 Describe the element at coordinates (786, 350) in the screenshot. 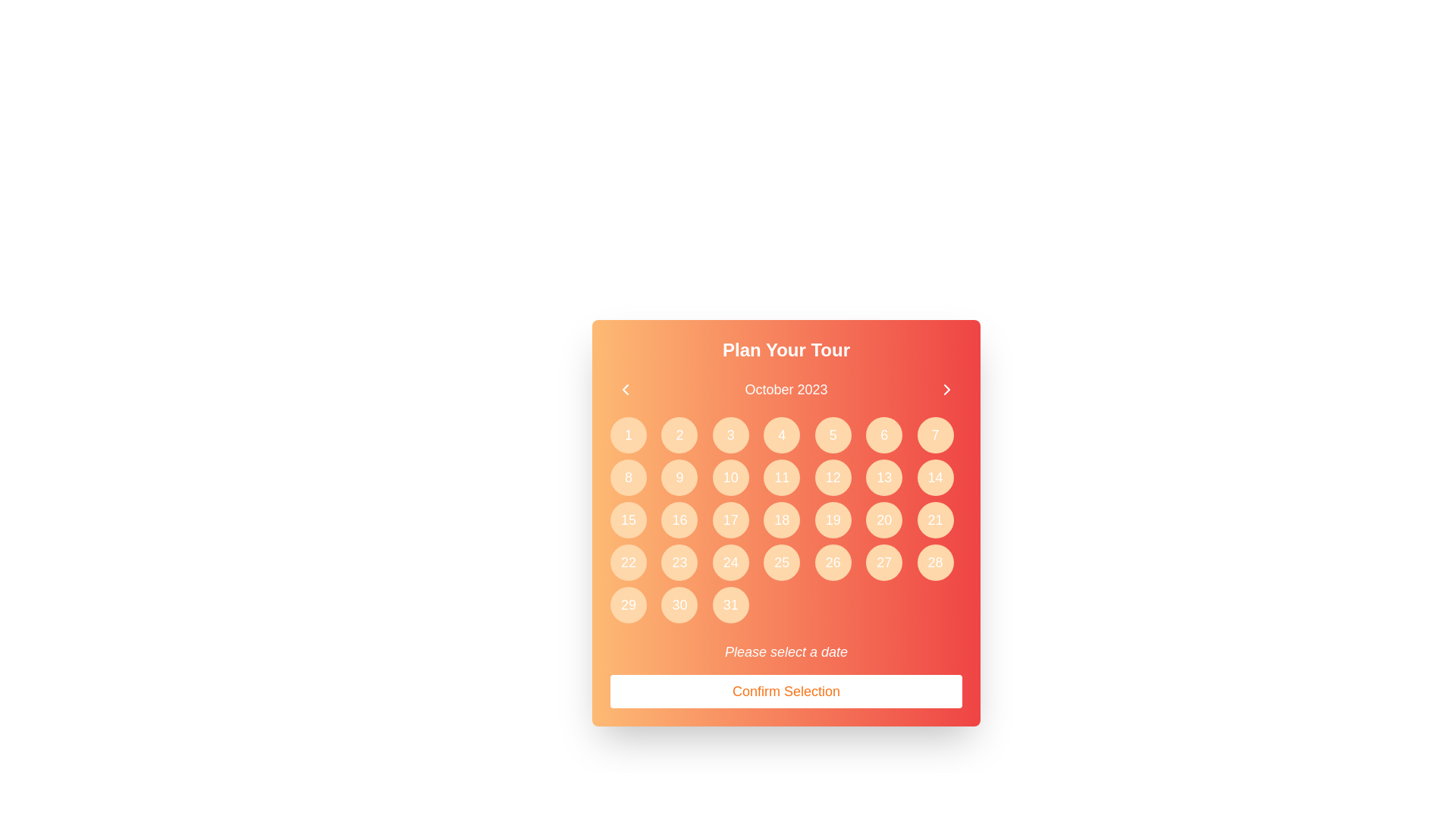

I see `the text label displaying 'Plan Your Tour', which is a bold, large font in white color against a gradient background` at that location.